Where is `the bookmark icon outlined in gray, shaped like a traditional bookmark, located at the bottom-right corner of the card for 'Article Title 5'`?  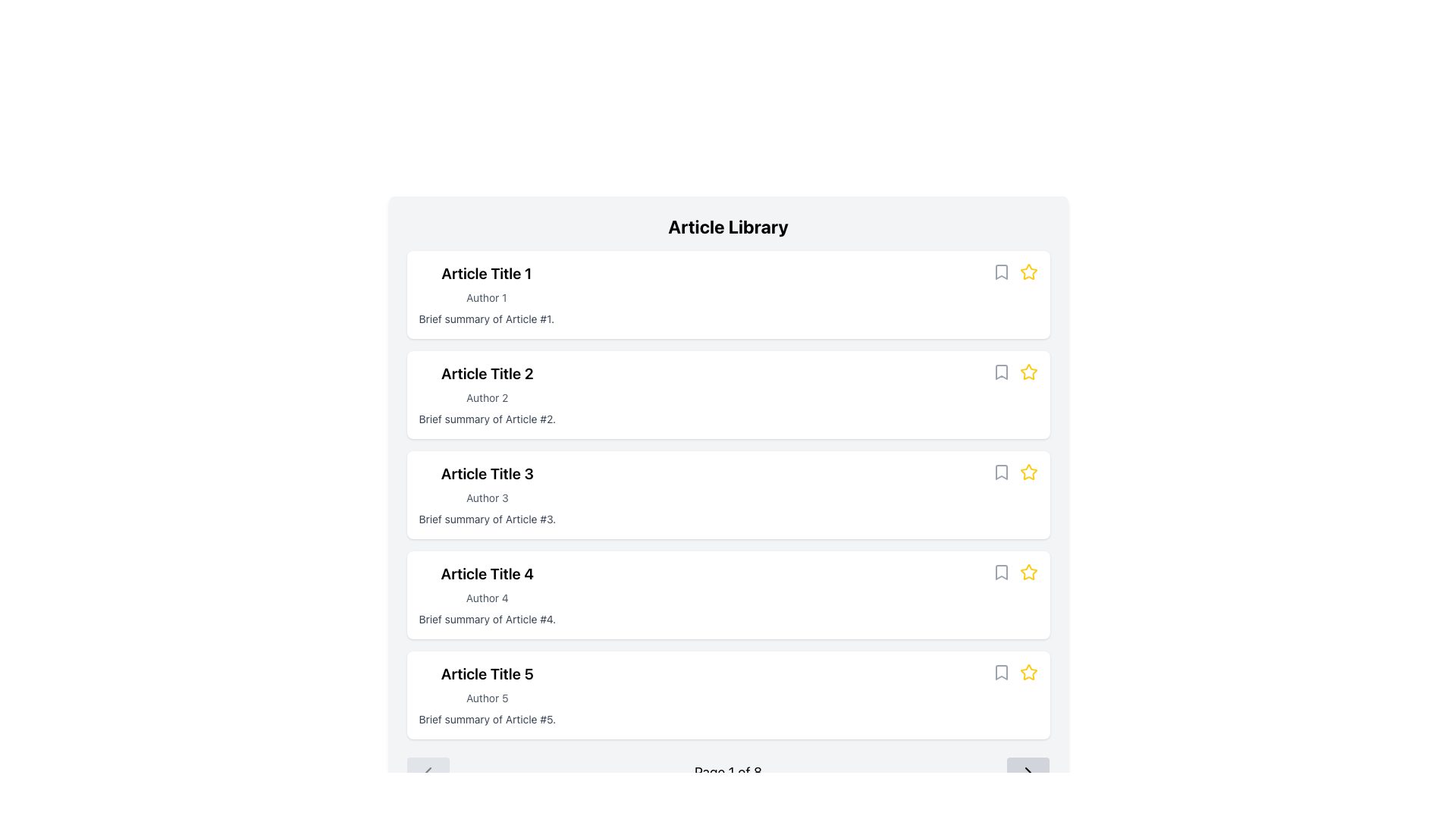 the bookmark icon outlined in gray, shaped like a traditional bookmark, located at the bottom-right corner of the card for 'Article Title 5' is located at coordinates (1001, 672).